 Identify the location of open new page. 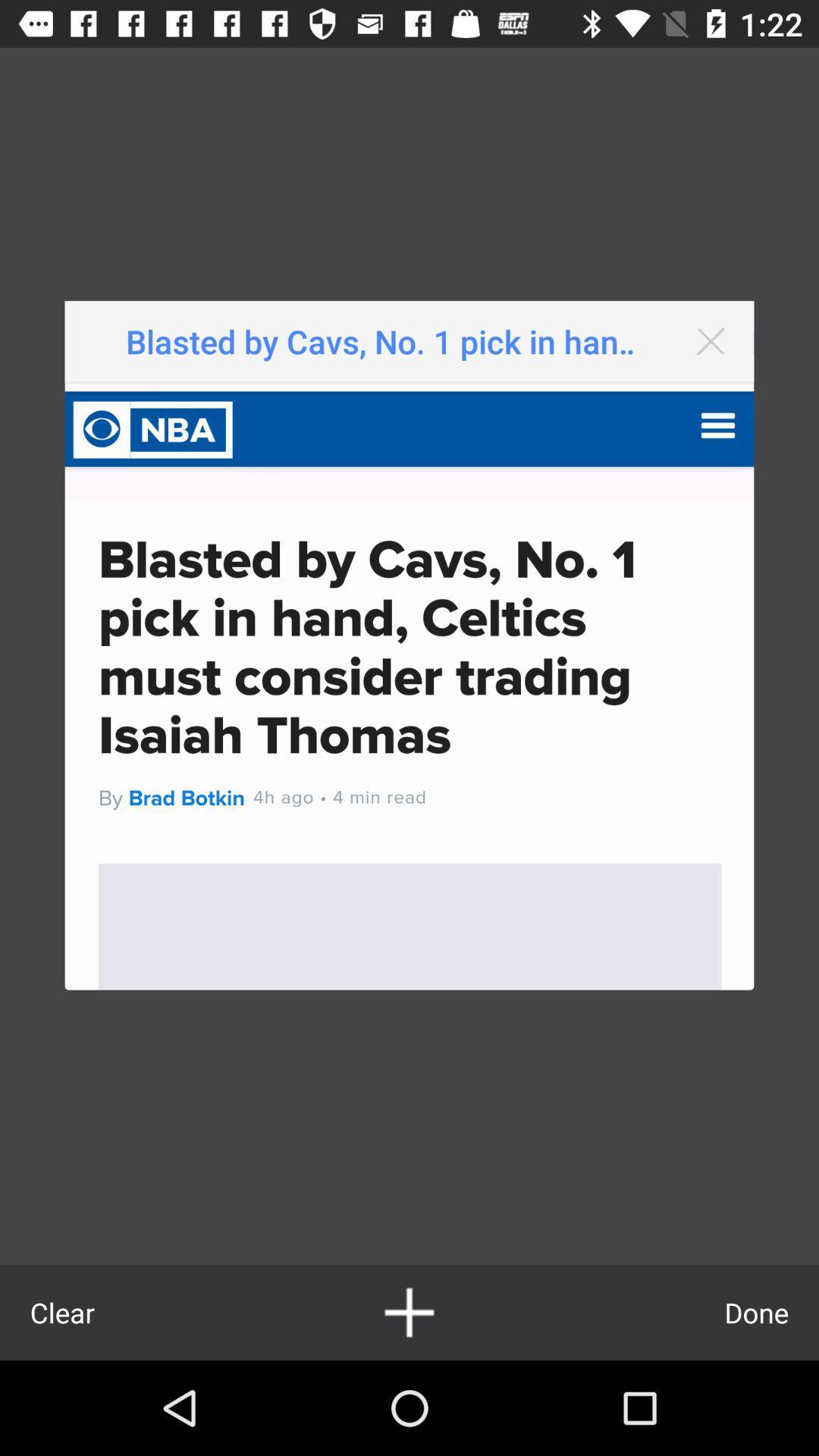
(409, 1312).